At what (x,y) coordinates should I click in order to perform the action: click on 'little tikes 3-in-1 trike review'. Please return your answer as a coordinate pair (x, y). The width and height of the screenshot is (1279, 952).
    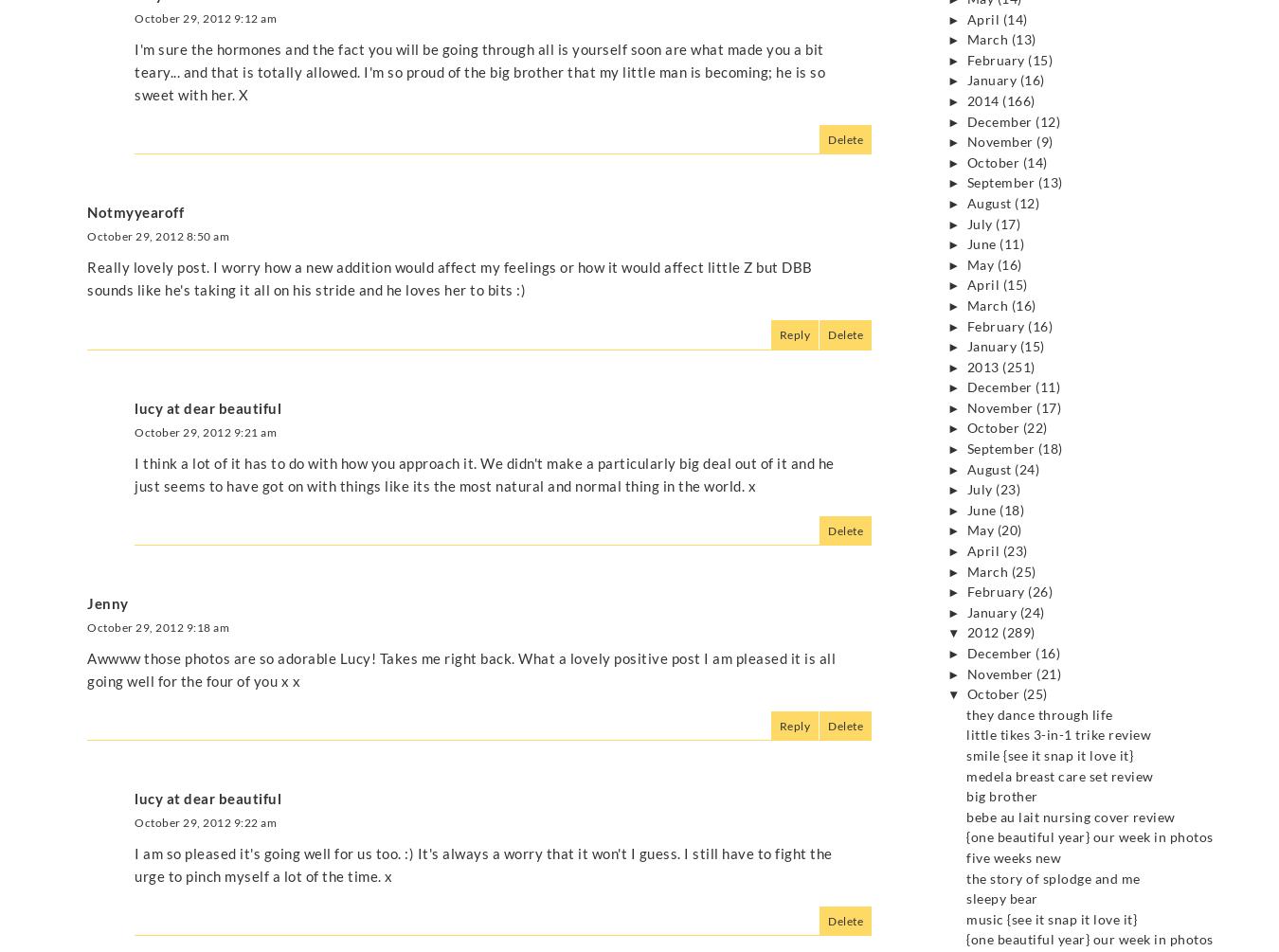
    Looking at the image, I should click on (1058, 734).